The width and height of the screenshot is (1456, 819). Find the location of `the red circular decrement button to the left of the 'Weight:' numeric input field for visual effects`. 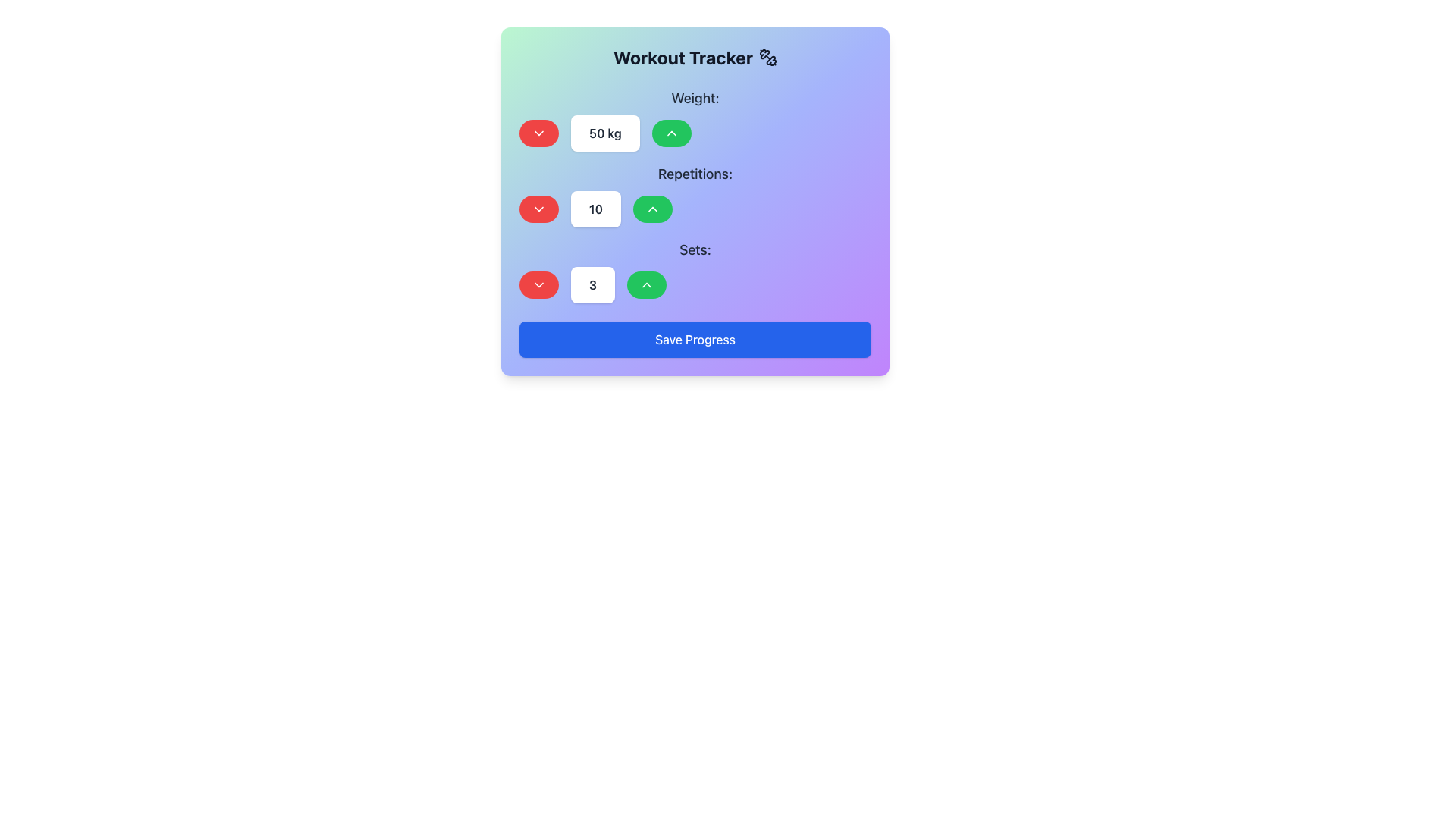

the red circular decrement button to the left of the 'Weight:' numeric input field for visual effects is located at coordinates (538, 133).